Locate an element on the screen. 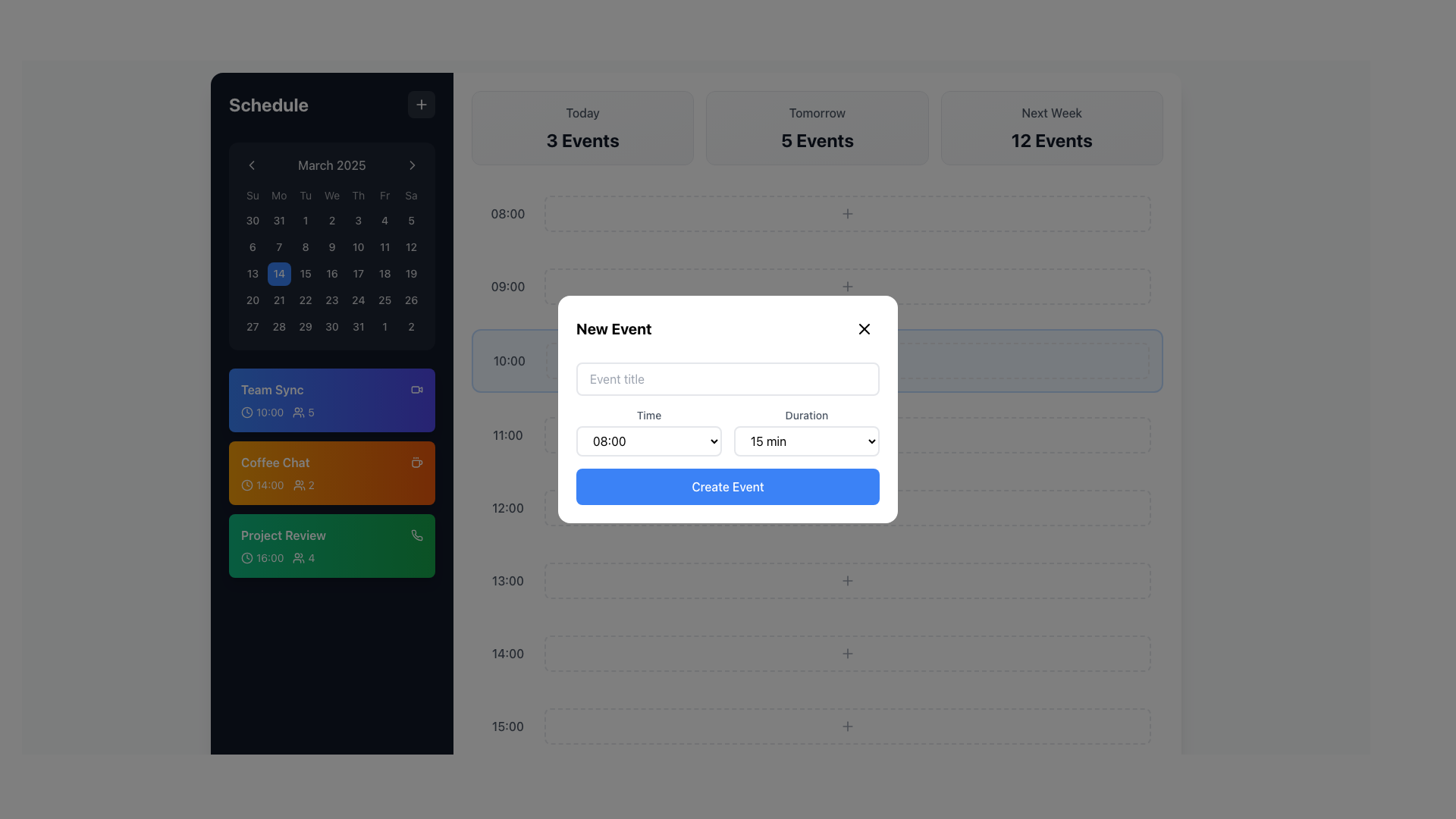 The height and width of the screenshot is (819, 1456). the day button representing the 22nd day in the calendar layout located in the fourth row and third column is located at coordinates (305, 300).